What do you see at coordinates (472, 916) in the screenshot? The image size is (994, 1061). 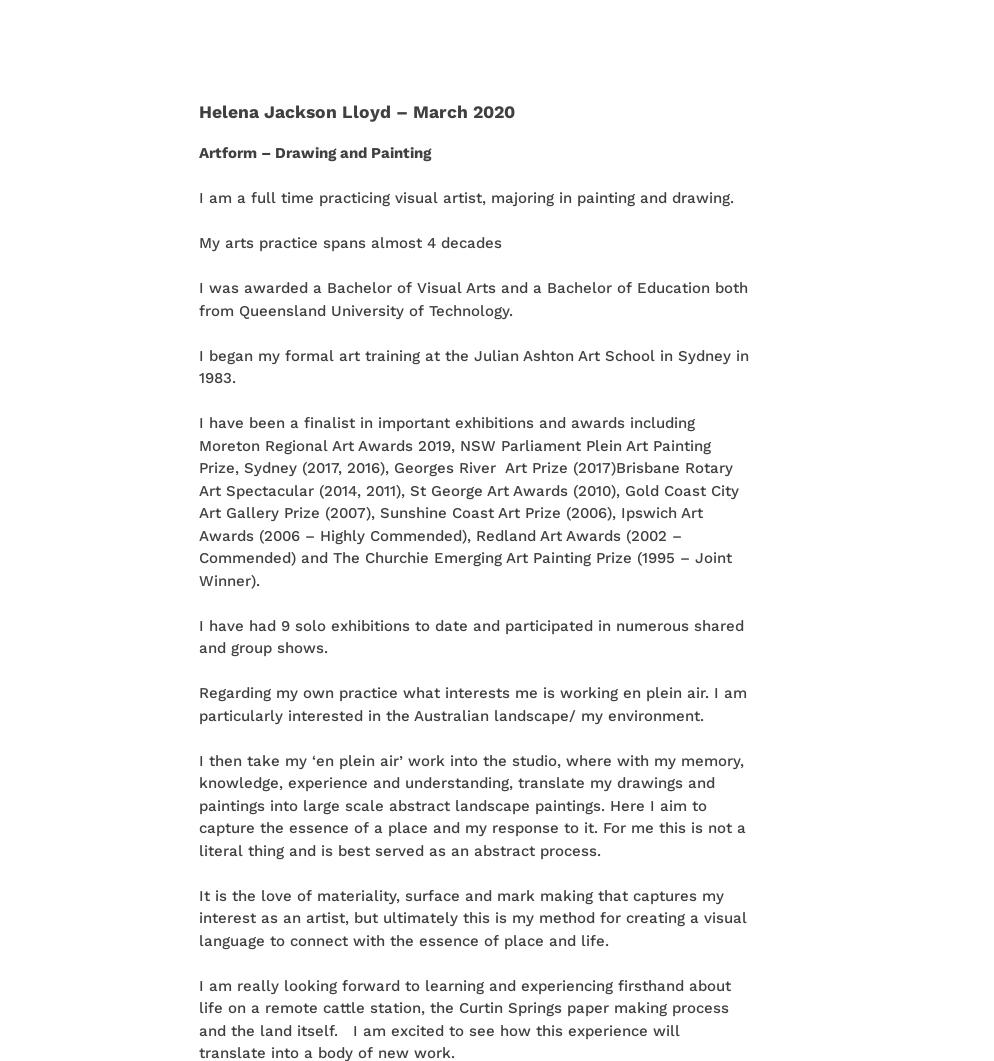 I see `'It is the love of materiality, surface and mark making that captures my interest as an artist, but ultimately this is my method for creating a visual language to connect with the essence of place and life.'` at bounding box center [472, 916].